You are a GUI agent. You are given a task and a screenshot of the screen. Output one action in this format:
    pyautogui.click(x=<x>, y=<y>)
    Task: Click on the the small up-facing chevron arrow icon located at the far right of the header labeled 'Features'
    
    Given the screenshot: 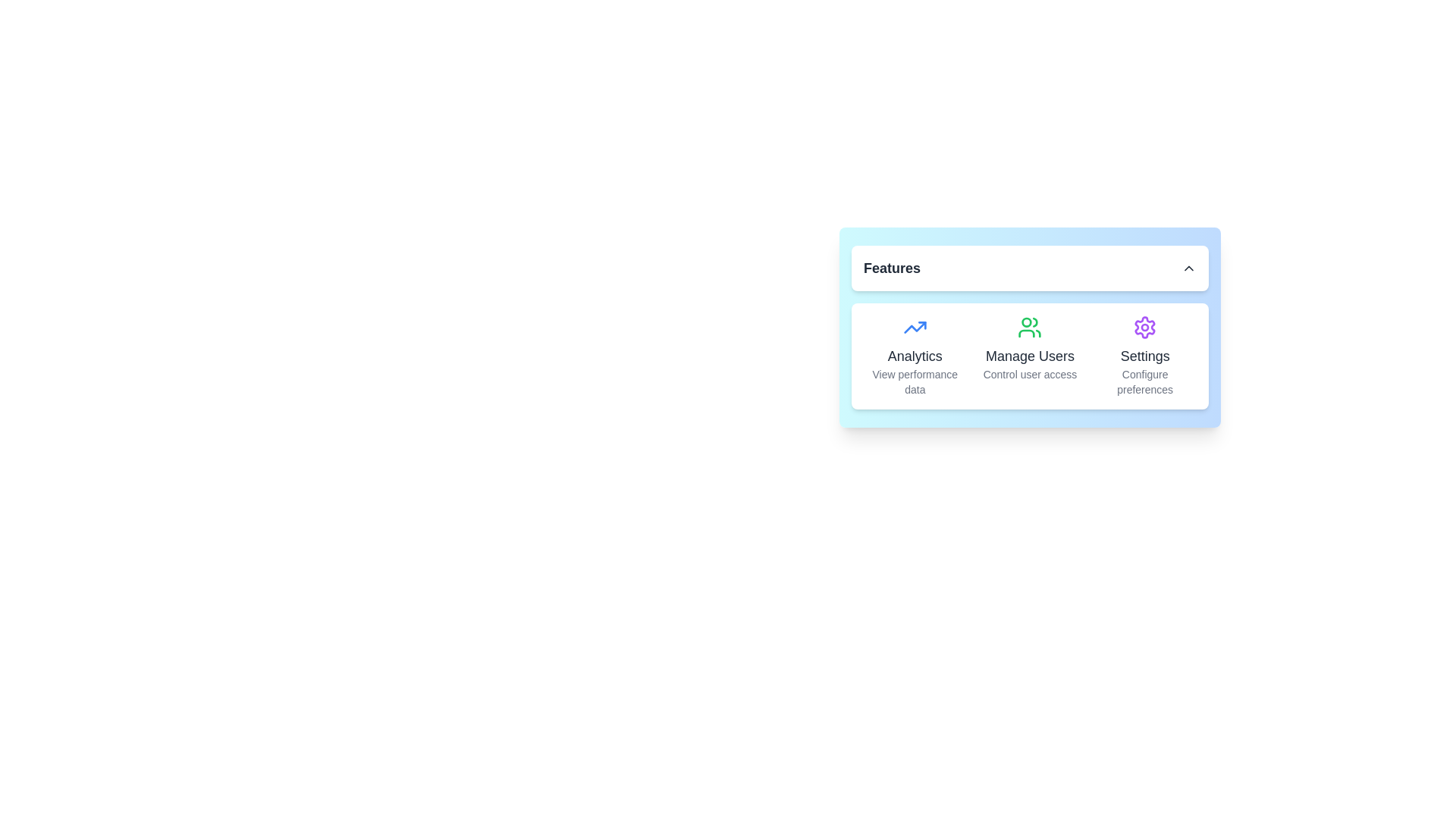 What is the action you would take?
    pyautogui.click(x=1188, y=268)
    